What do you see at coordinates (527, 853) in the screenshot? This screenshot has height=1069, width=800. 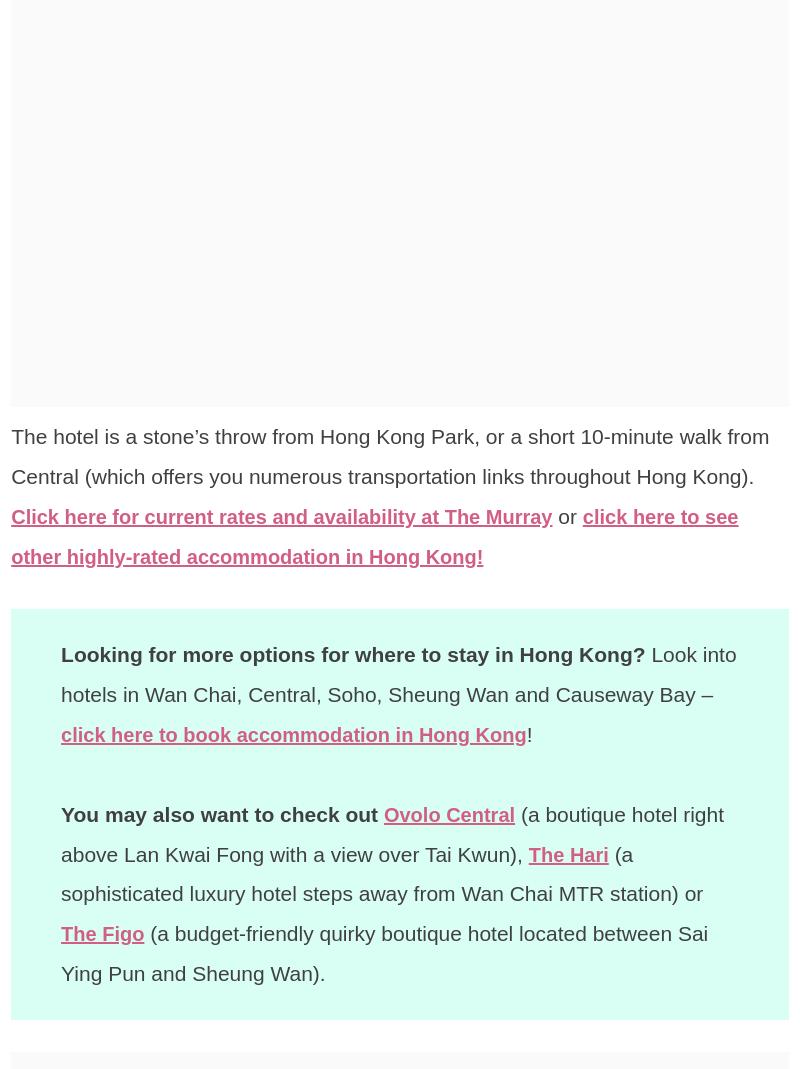 I see `'The Hari'` at bounding box center [527, 853].